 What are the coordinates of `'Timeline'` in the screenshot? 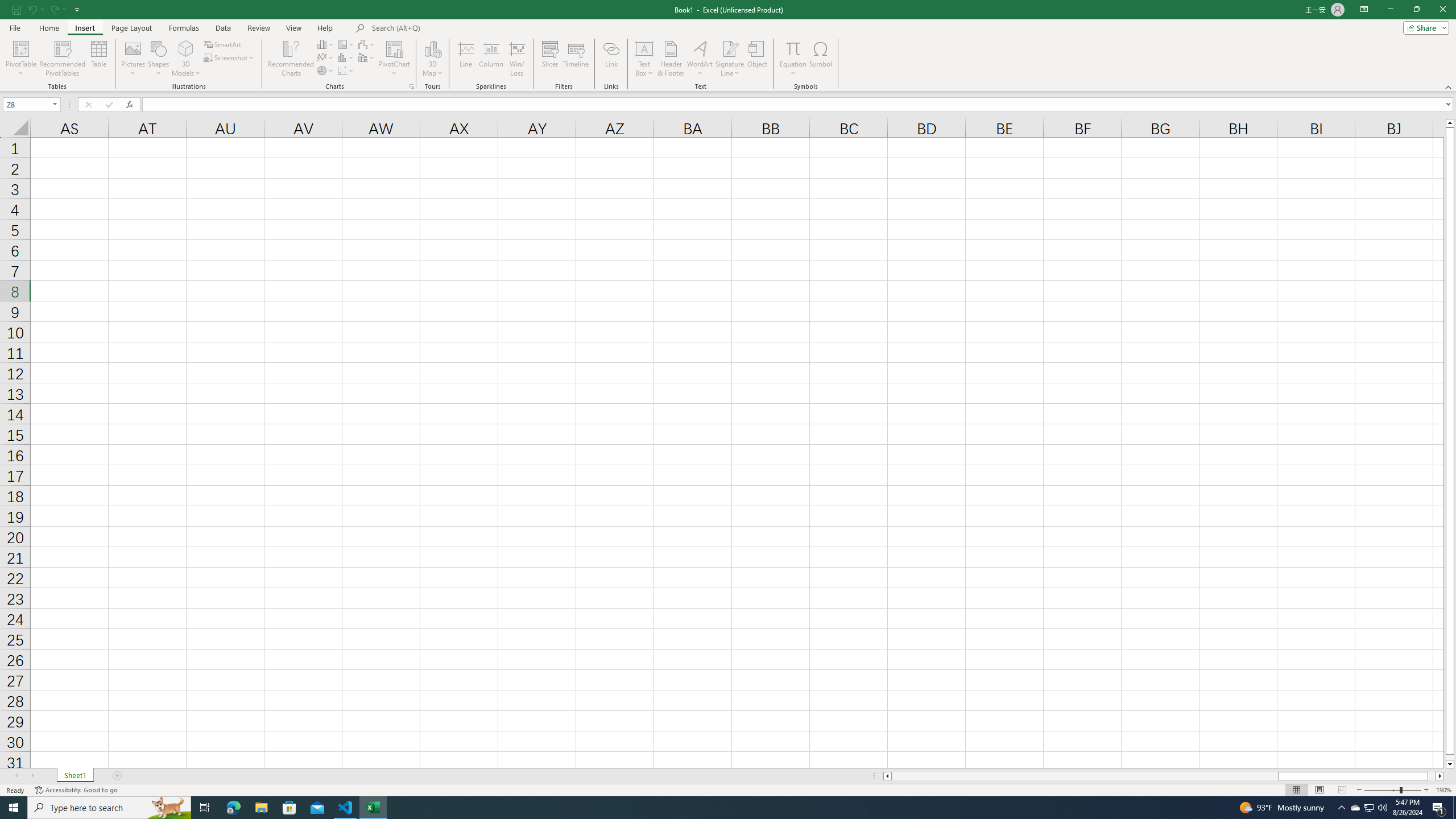 It's located at (575, 59).